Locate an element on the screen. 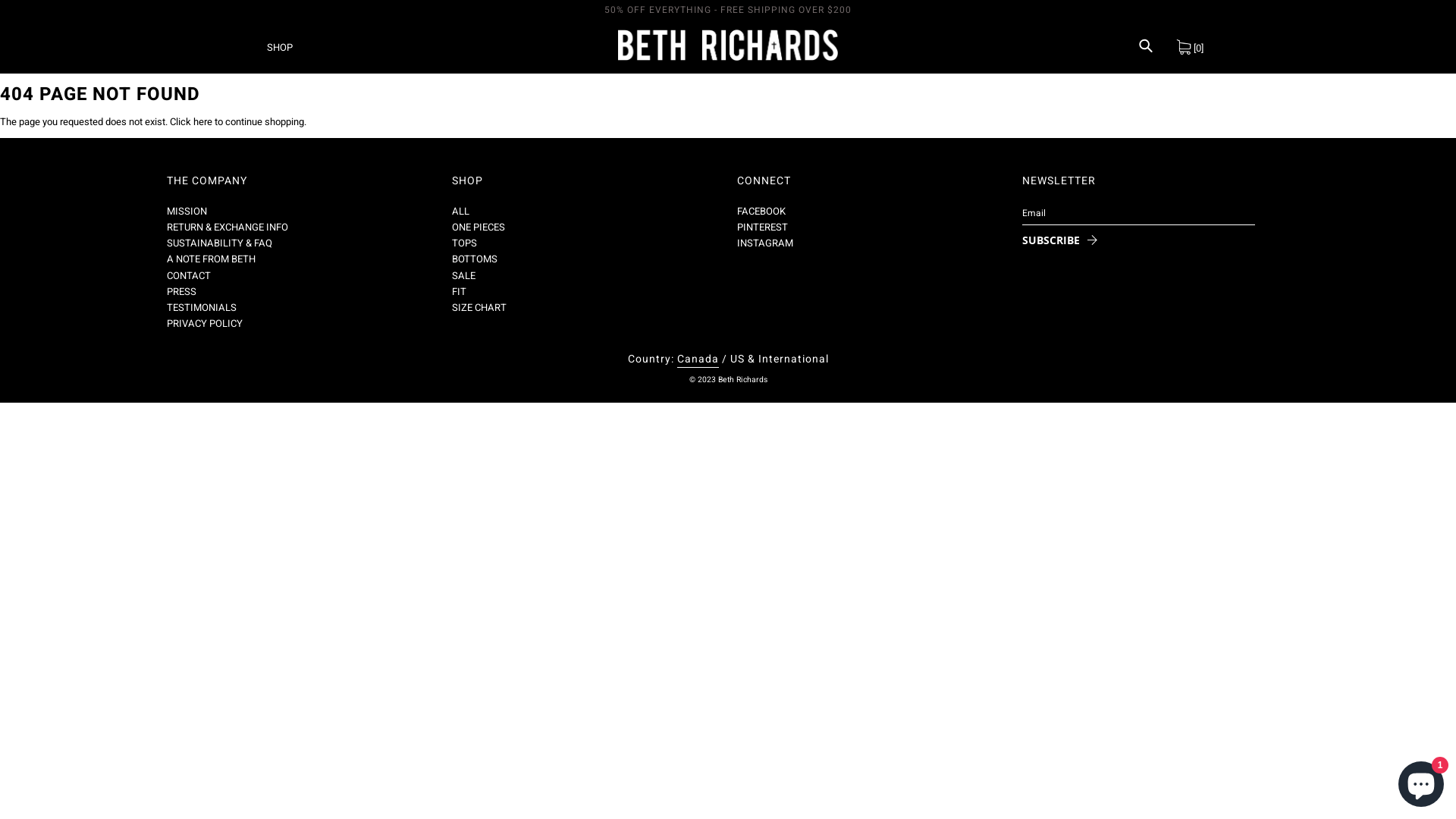 The image size is (1456, 819). 'here' is located at coordinates (202, 121).